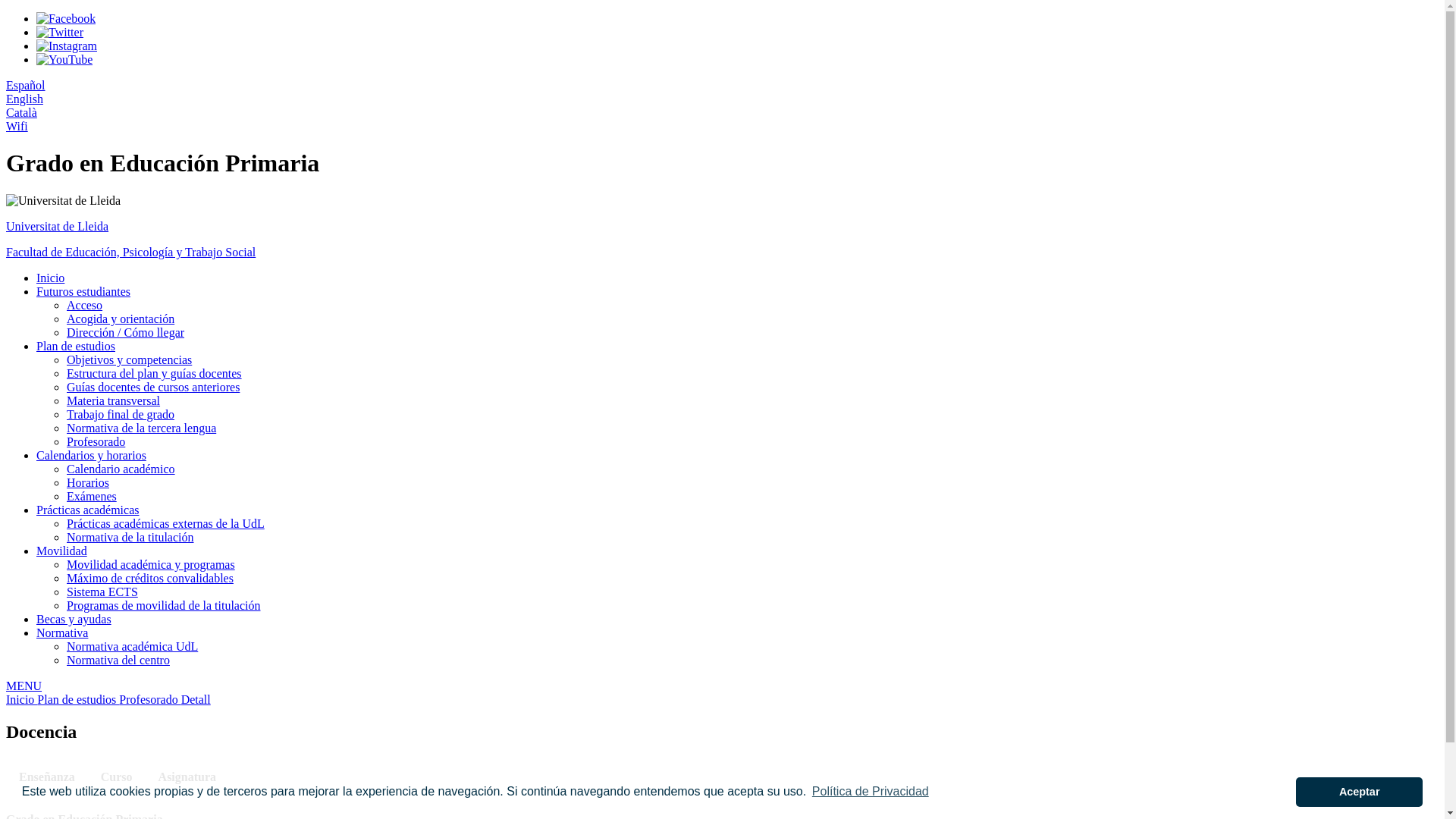 The image size is (1456, 819). I want to click on 'Acceso', so click(83, 305).